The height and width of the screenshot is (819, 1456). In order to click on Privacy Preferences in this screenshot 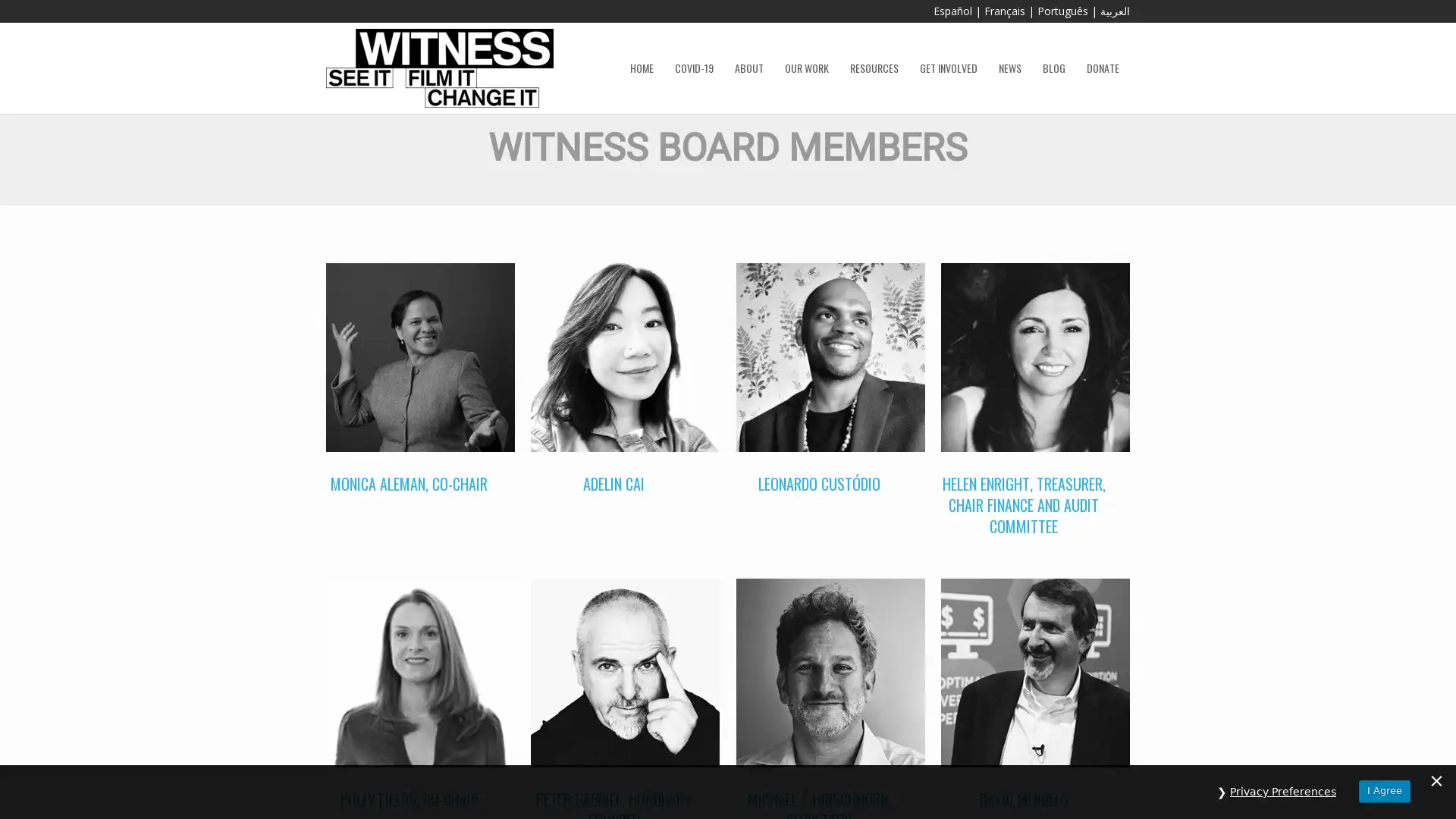, I will do `click(1282, 791)`.